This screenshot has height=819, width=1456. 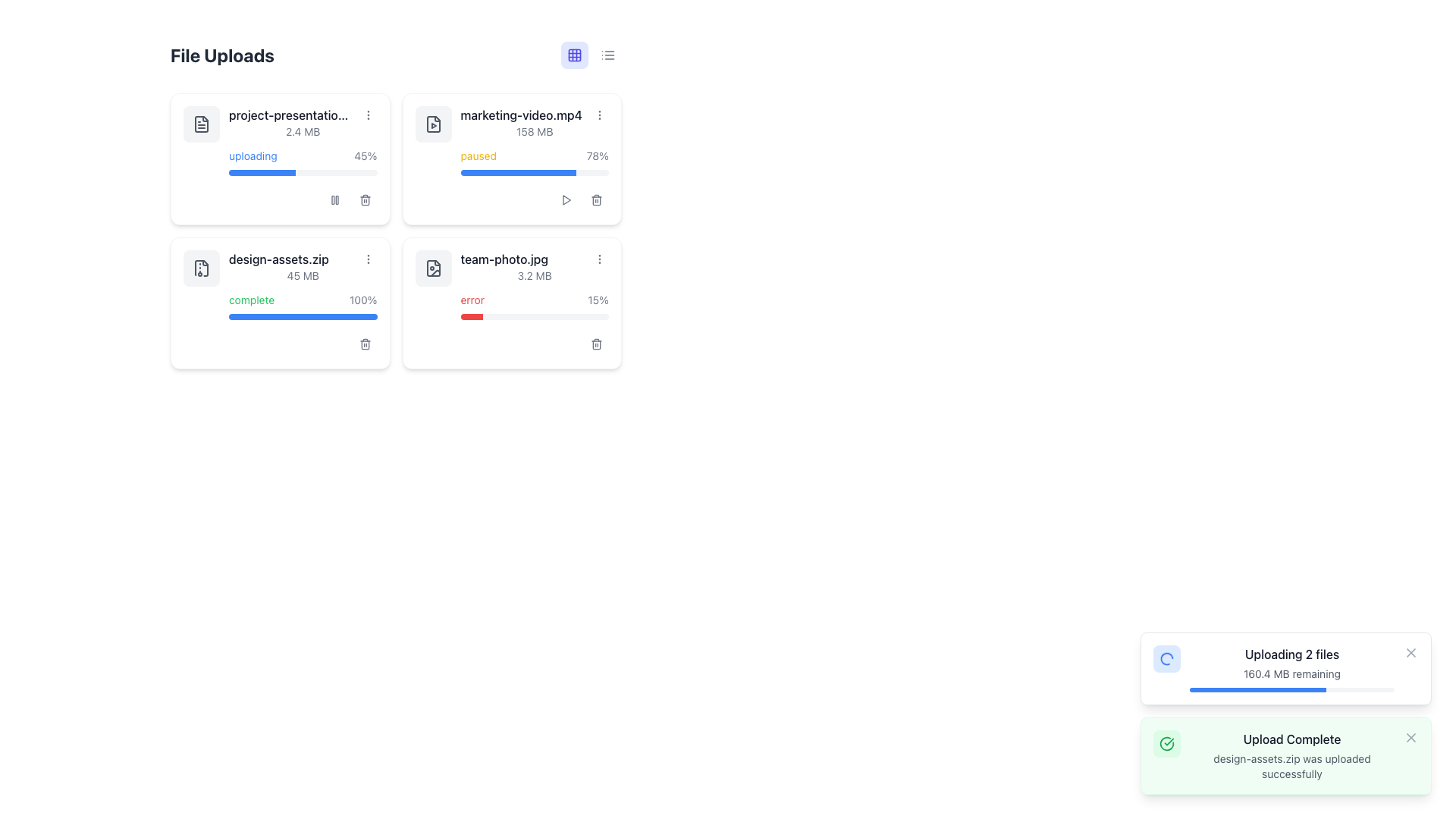 I want to click on the icon button resembling a diagonal cross in the top-right corner of the green notification panel that indicates successful file upload to change its color, so click(x=1410, y=736).